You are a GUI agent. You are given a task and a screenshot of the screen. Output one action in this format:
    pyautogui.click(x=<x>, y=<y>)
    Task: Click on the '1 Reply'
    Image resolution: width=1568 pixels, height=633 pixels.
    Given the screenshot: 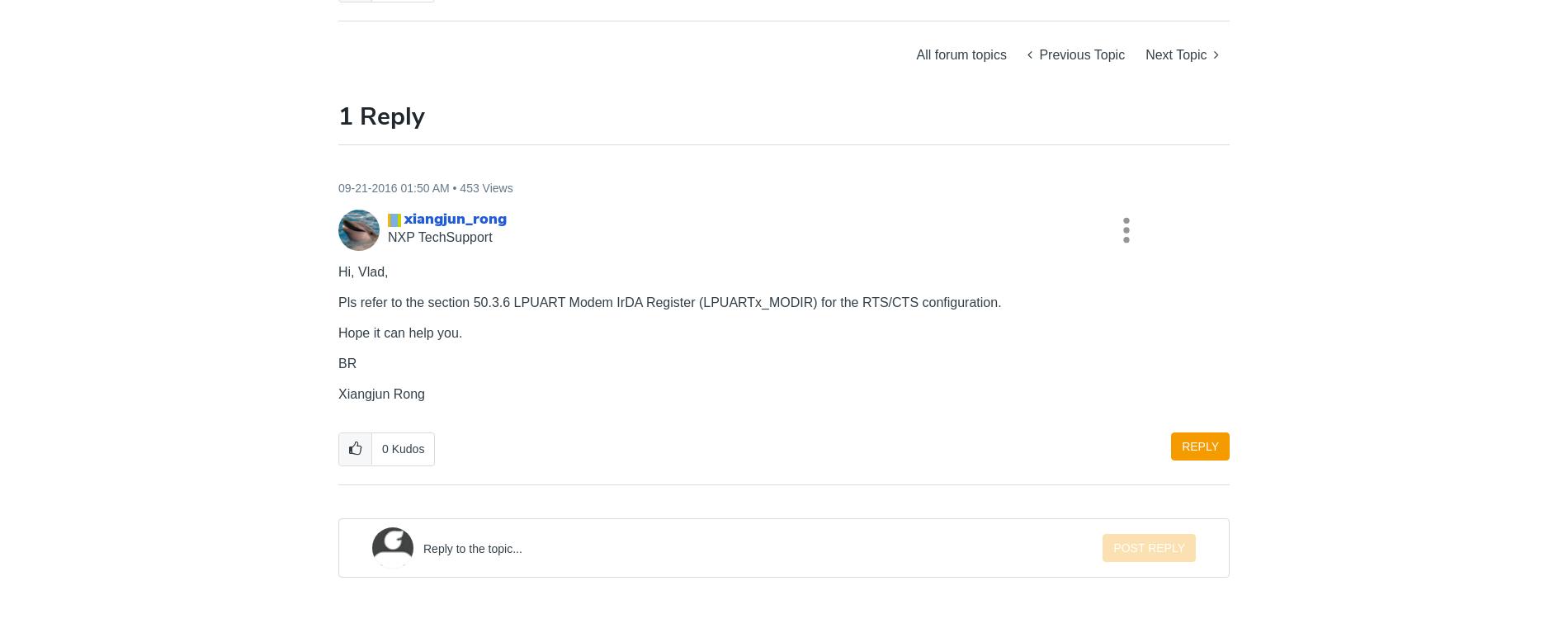 What is the action you would take?
    pyautogui.click(x=380, y=115)
    